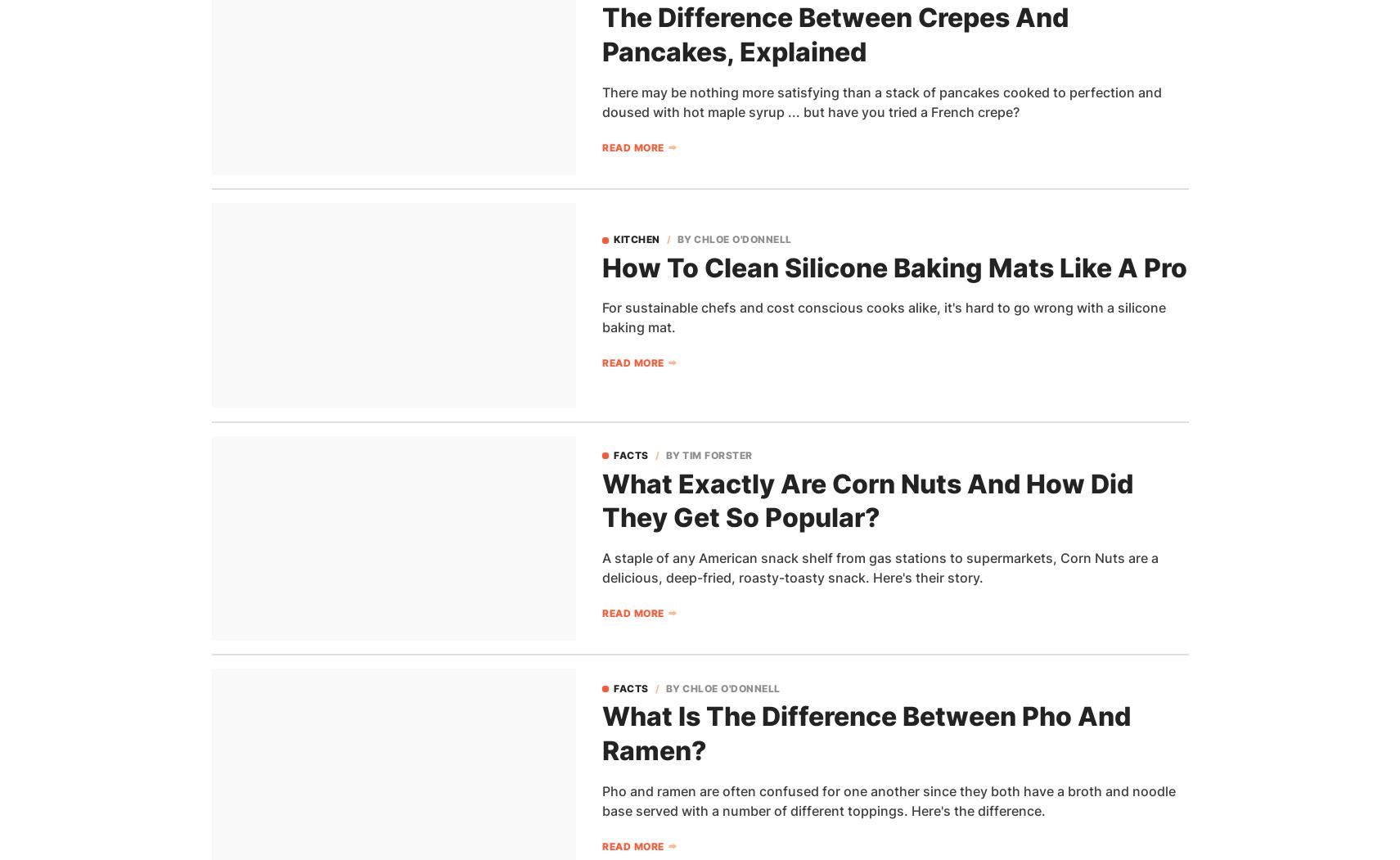  I want to click on 'For sustainable chefs and cost conscious cooks alike, it's hard to go wrong with a silicone baking mat.', so click(884, 317).